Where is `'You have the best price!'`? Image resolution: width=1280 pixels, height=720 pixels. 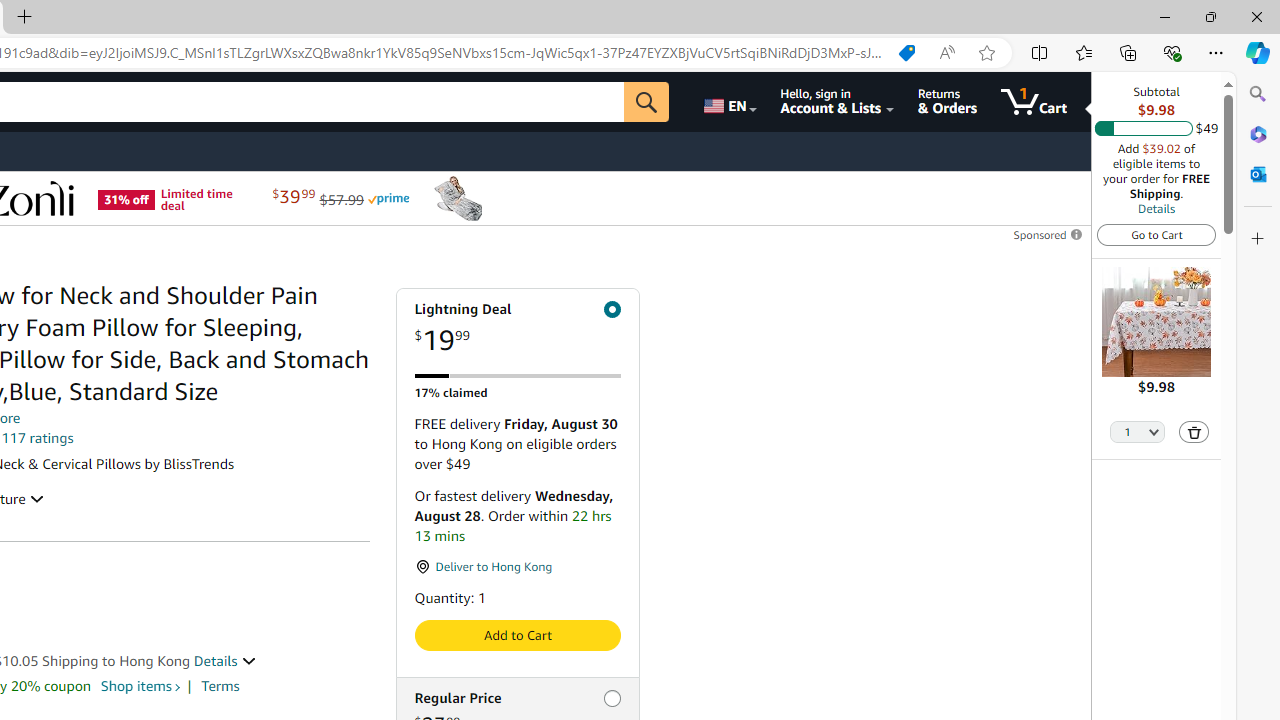
'You have the best price!' is located at coordinates (905, 52).